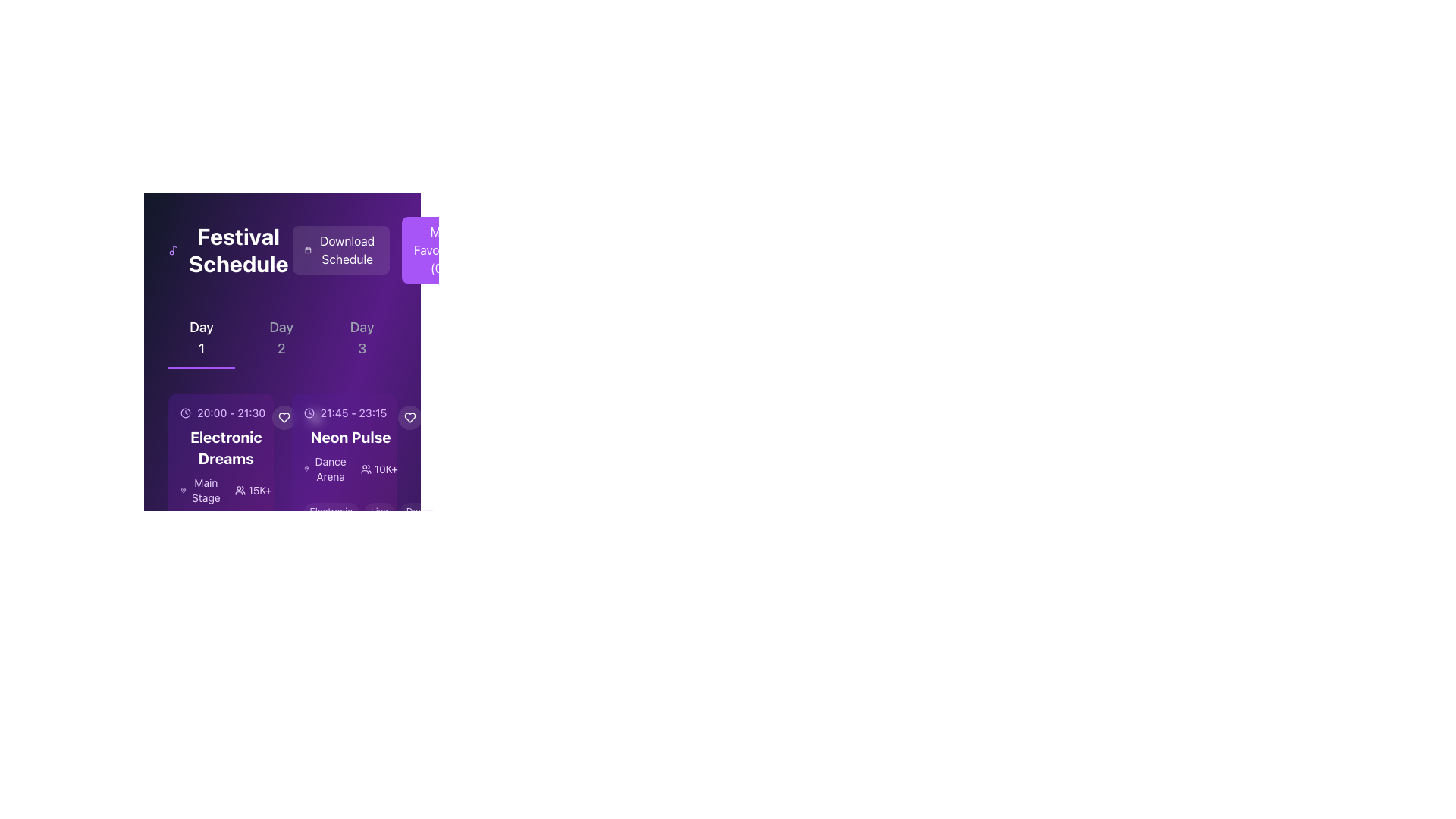 The width and height of the screenshot is (1456, 819). Describe the element at coordinates (201, 337) in the screenshot. I see `the 'Day 1' button` at that location.